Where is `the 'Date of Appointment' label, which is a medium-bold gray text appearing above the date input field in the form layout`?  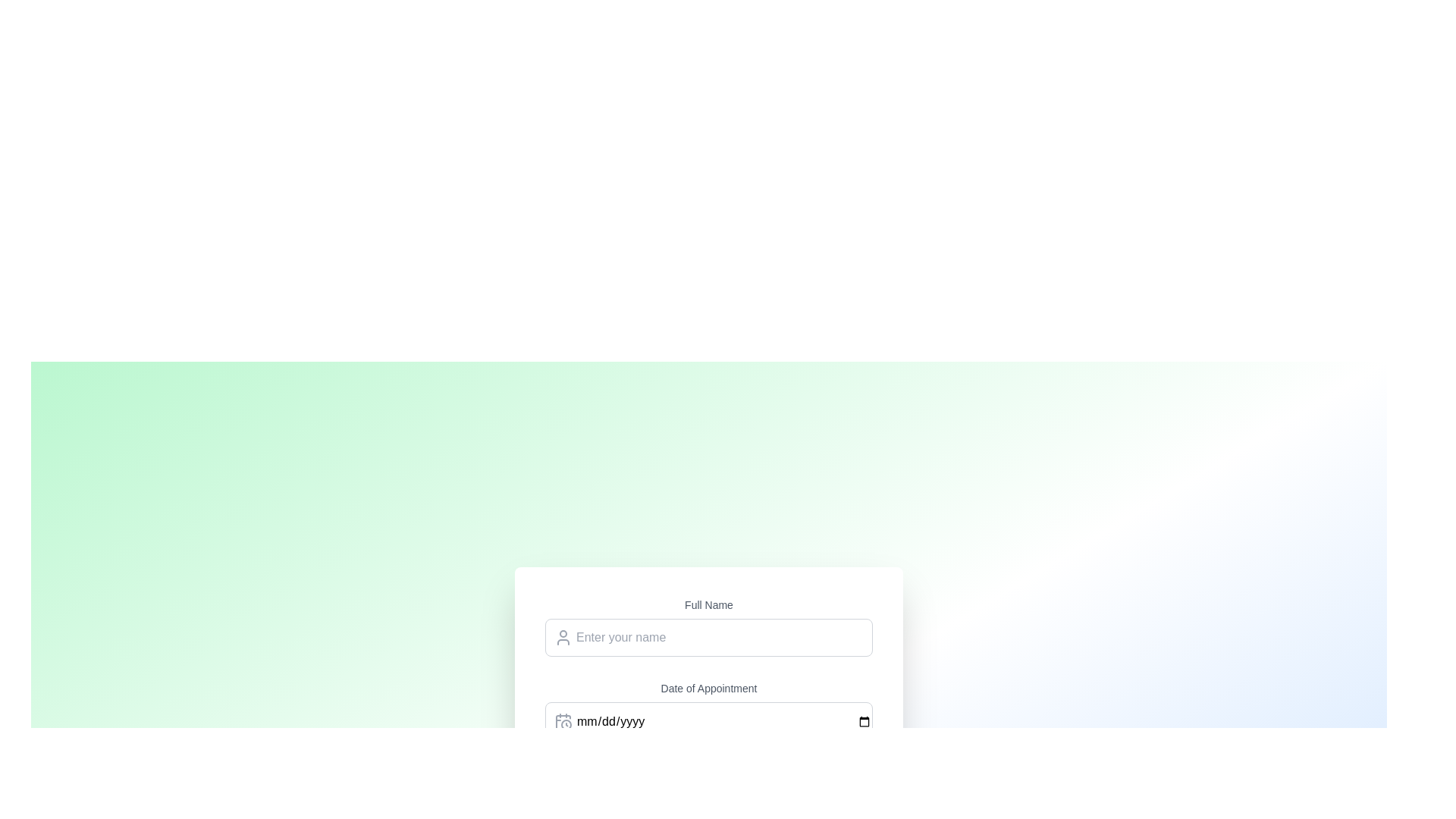
the 'Date of Appointment' label, which is a medium-bold gray text appearing above the date input field in the form layout is located at coordinates (708, 688).